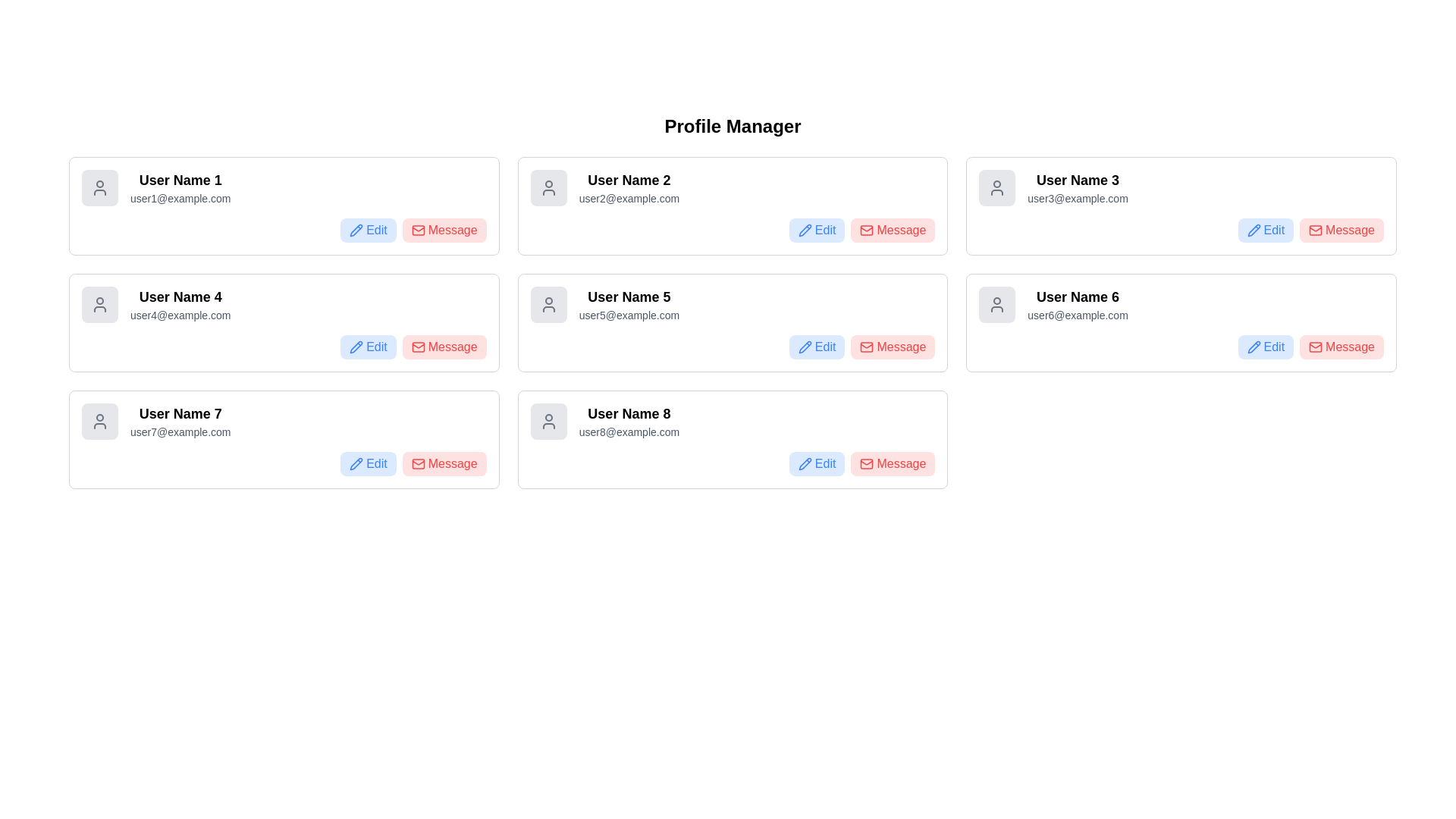 The image size is (1456, 819). What do you see at coordinates (804, 231) in the screenshot?
I see `the edit icon button located in the upper-right corner of User Name 2's profile card` at bounding box center [804, 231].